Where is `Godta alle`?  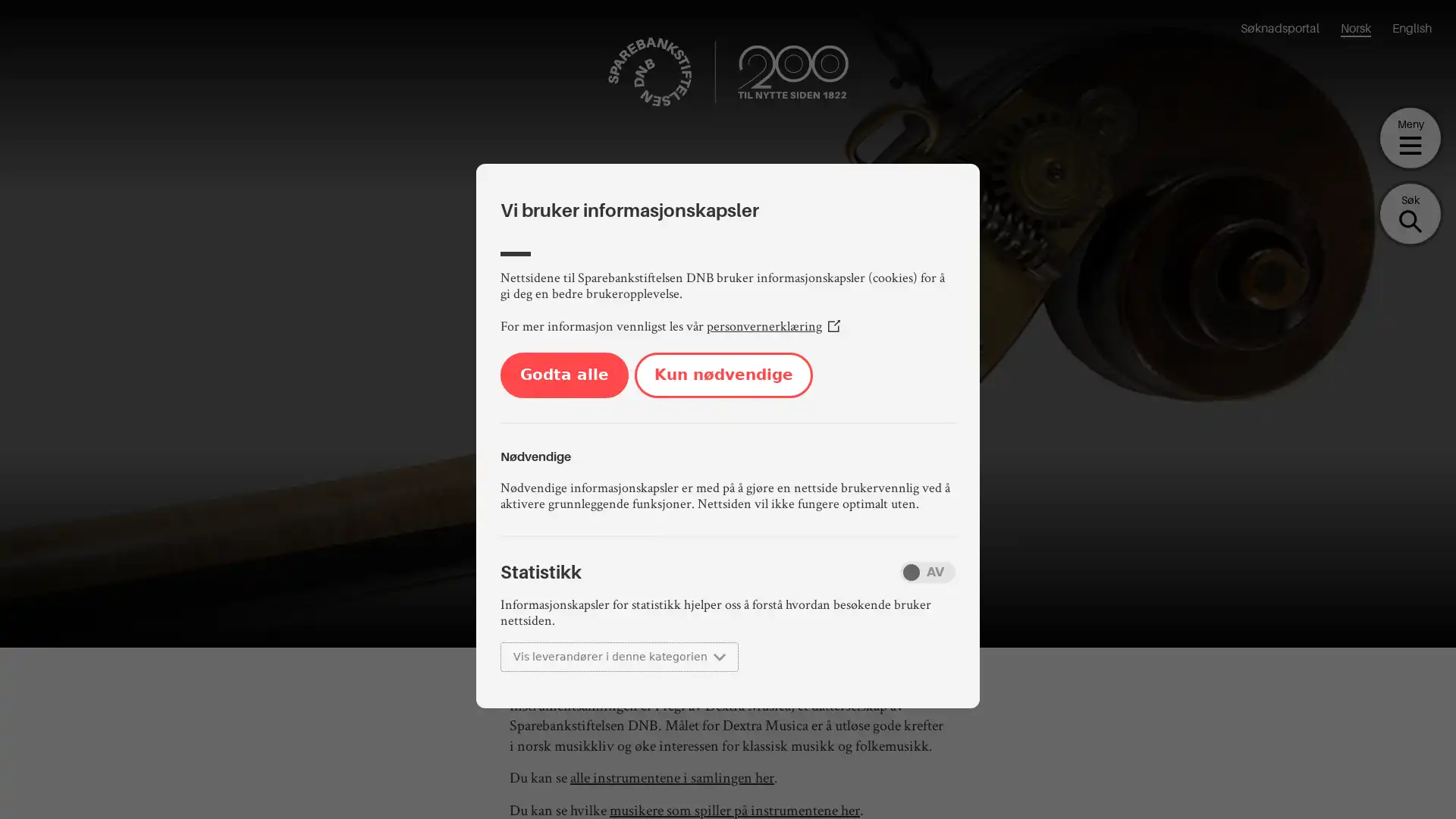
Godta alle is located at coordinates (563, 375).